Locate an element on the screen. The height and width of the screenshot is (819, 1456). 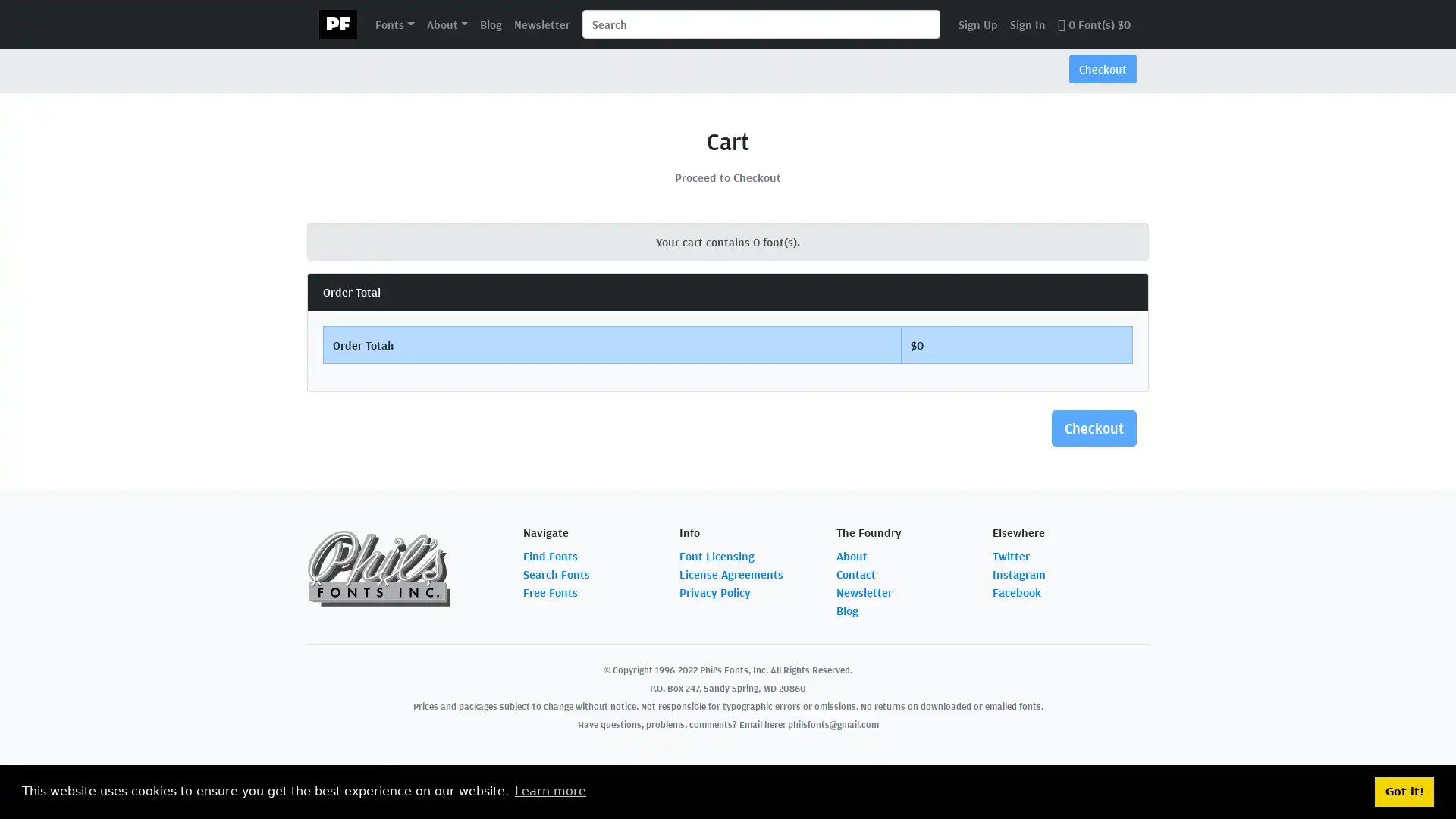
About is located at coordinates (446, 23).